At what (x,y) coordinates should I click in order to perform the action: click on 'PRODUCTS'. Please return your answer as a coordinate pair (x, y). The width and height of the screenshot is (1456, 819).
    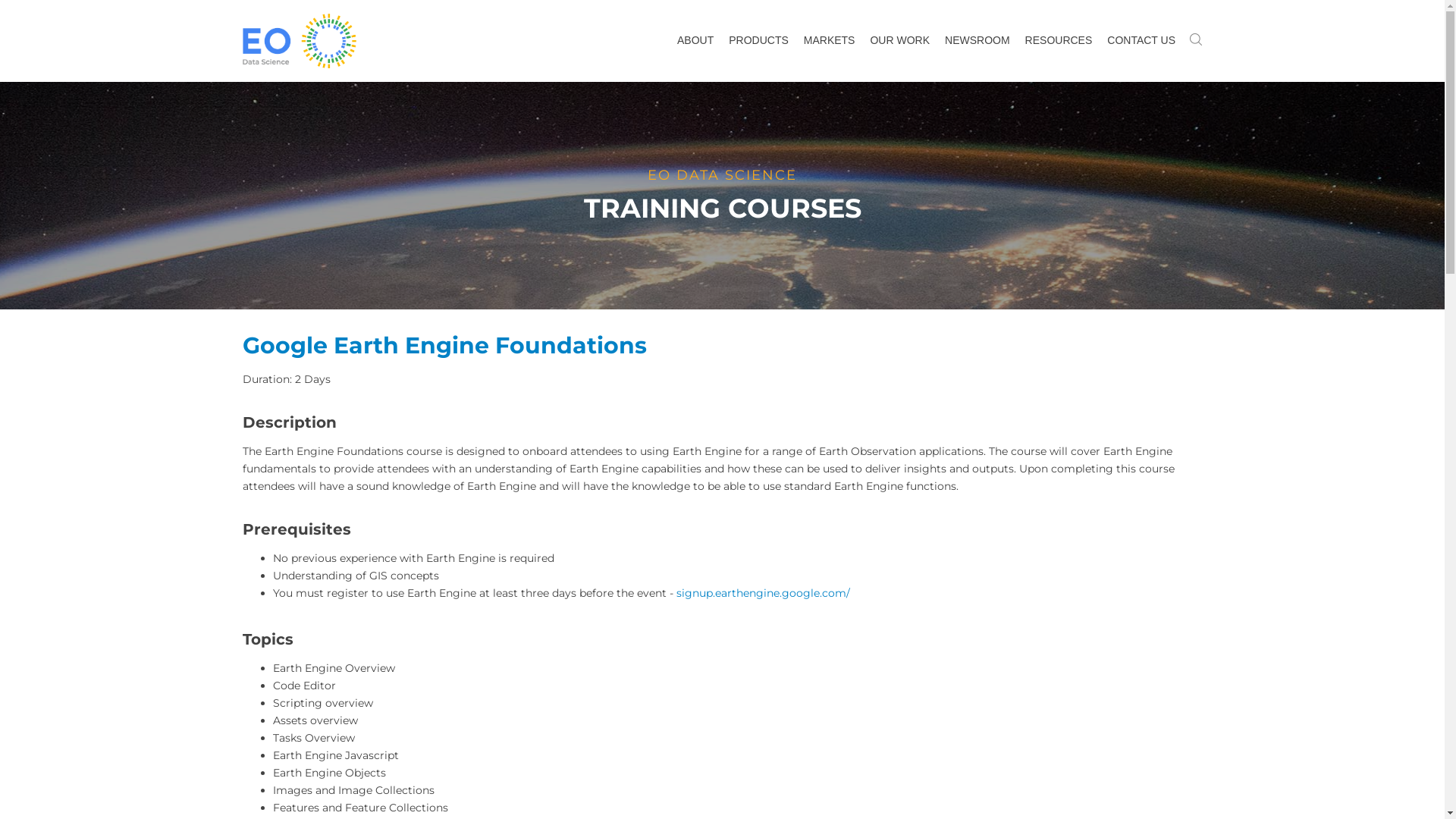
    Looking at the image, I should click on (720, 39).